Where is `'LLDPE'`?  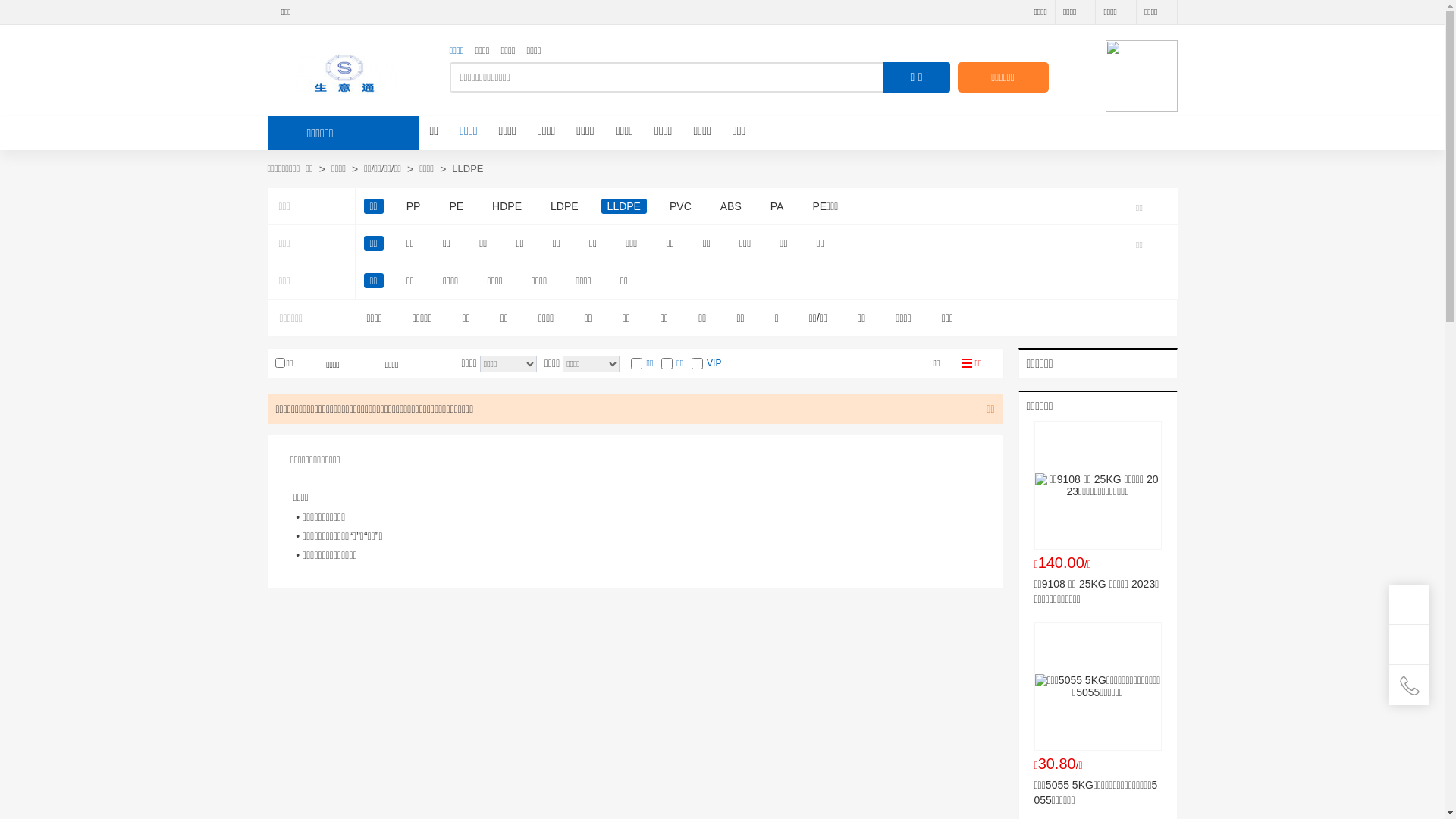
'LLDPE' is located at coordinates (466, 169).